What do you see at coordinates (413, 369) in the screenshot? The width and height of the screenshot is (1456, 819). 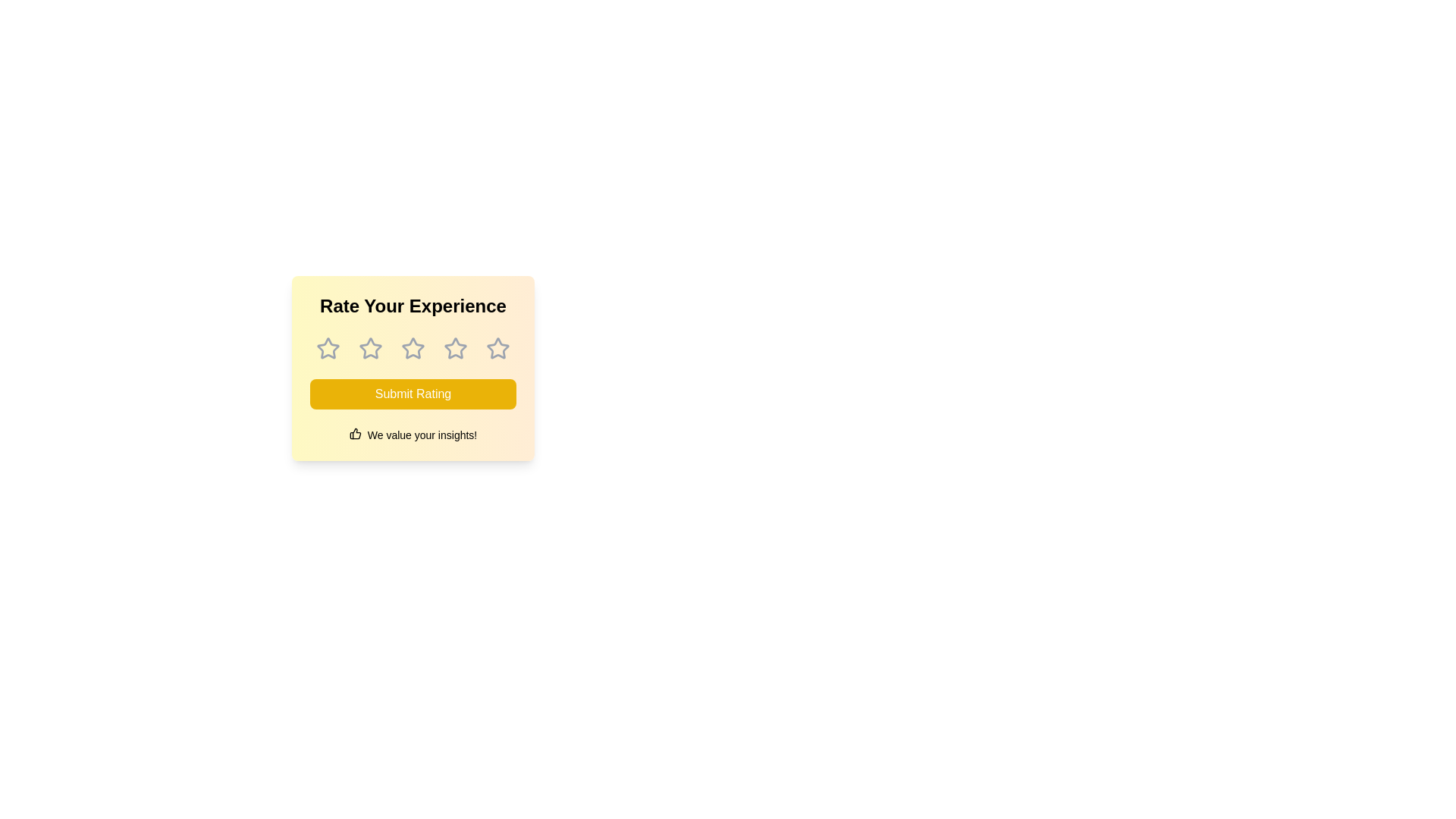 I see `one of the star icons in the interactive rating card labeled 'Rate Your Experience' to assign a rating` at bounding box center [413, 369].